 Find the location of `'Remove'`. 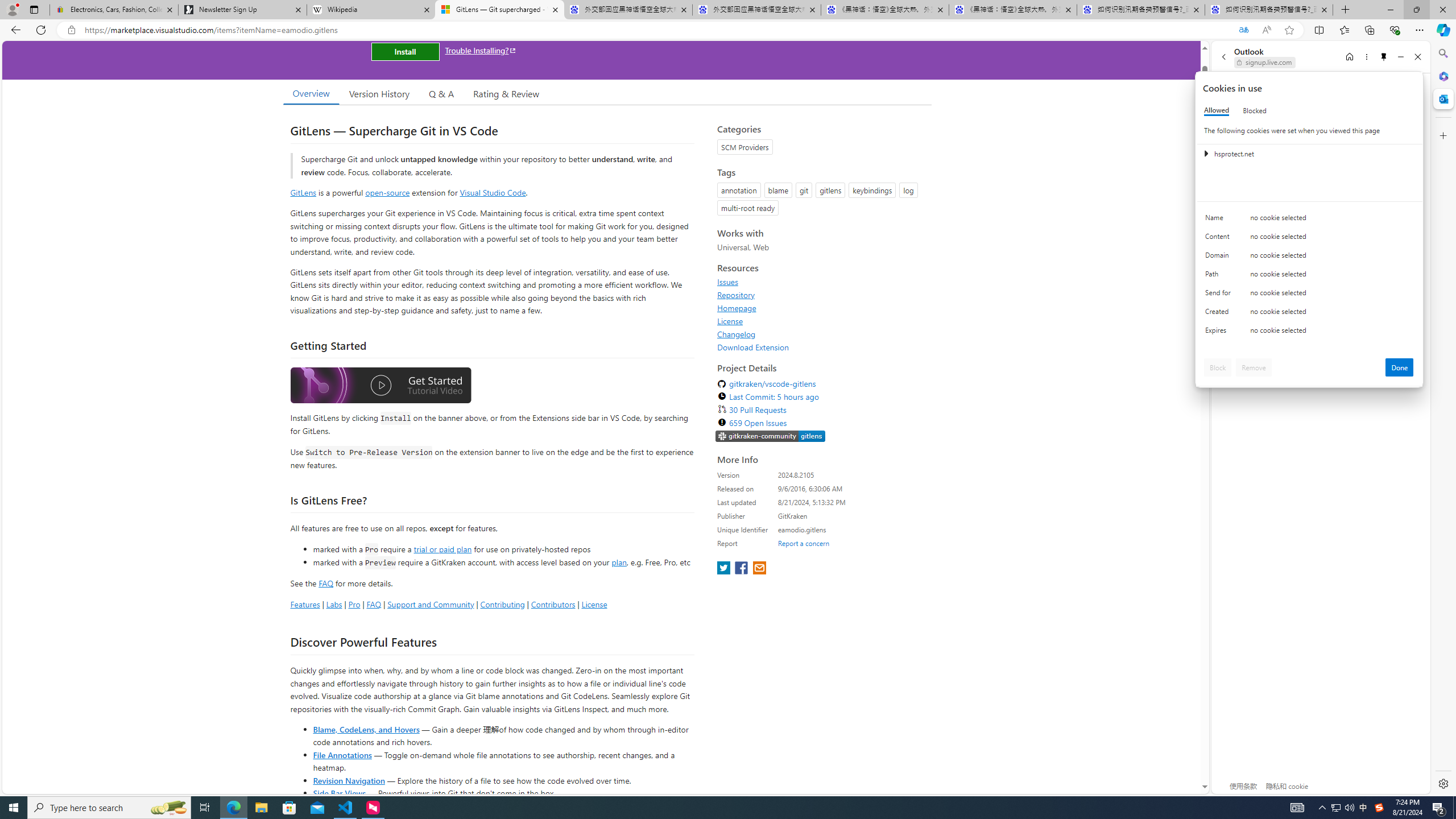

'Remove' is located at coordinates (1254, 367).